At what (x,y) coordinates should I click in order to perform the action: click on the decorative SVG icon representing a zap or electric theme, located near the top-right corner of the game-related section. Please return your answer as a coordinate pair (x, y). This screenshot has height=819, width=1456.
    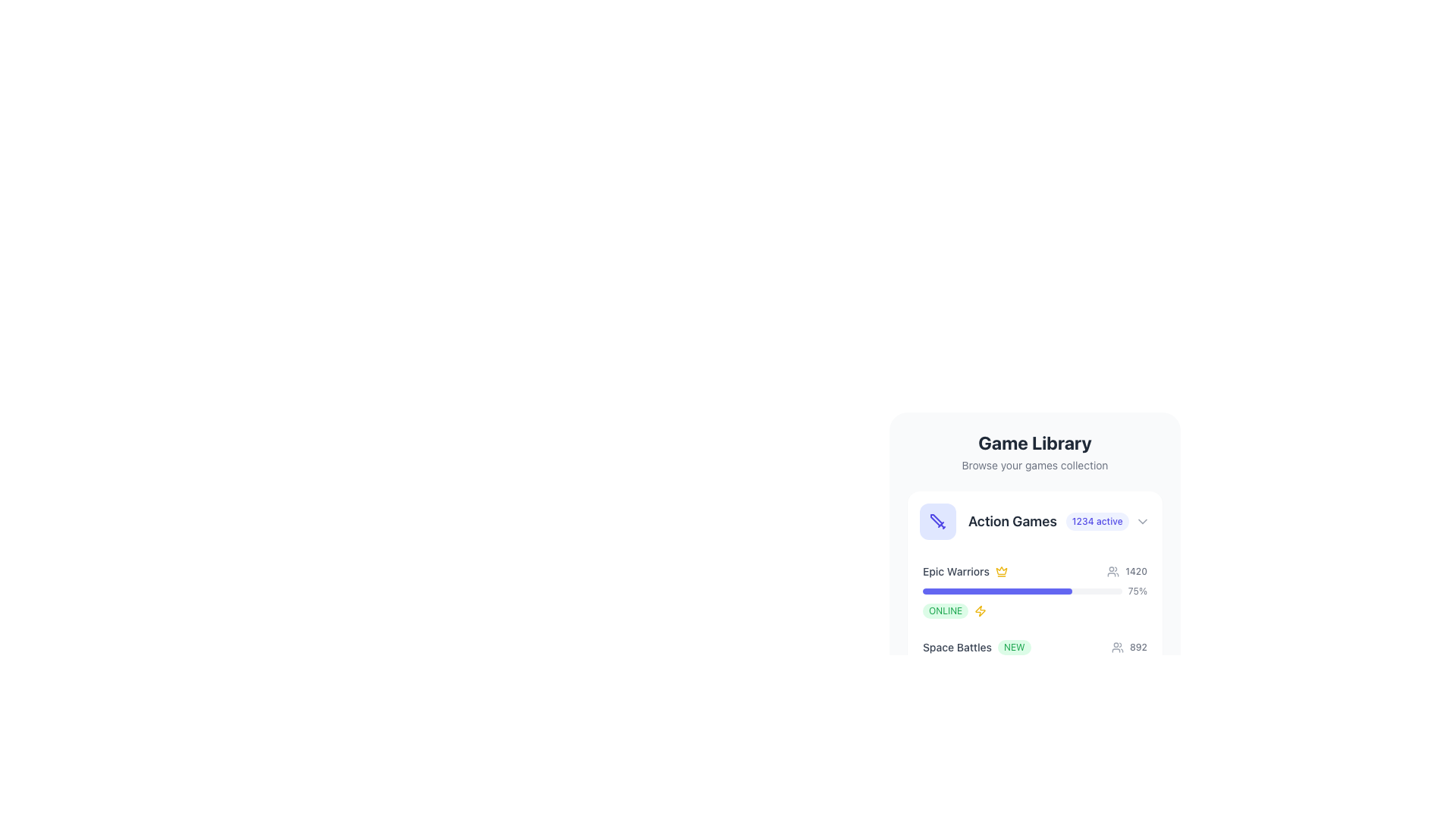
    Looking at the image, I should click on (981, 610).